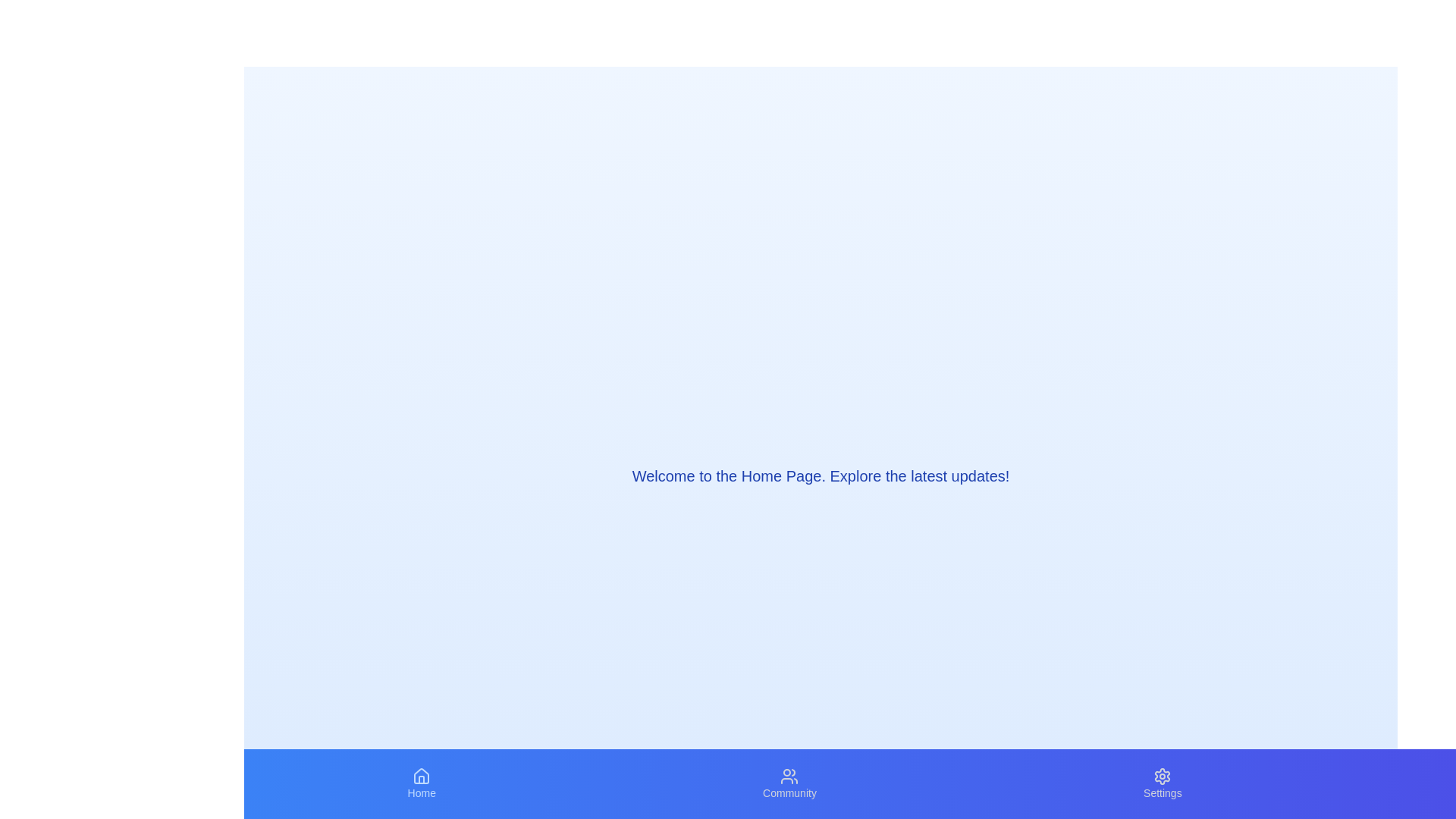 The height and width of the screenshot is (819, 1456). Describe the element at coordinates (422, 776) in the screenshot. I see `the house-shaped icon in the bottom navigation bar, which has a blue background and is located above the text 'Home'` at that location.